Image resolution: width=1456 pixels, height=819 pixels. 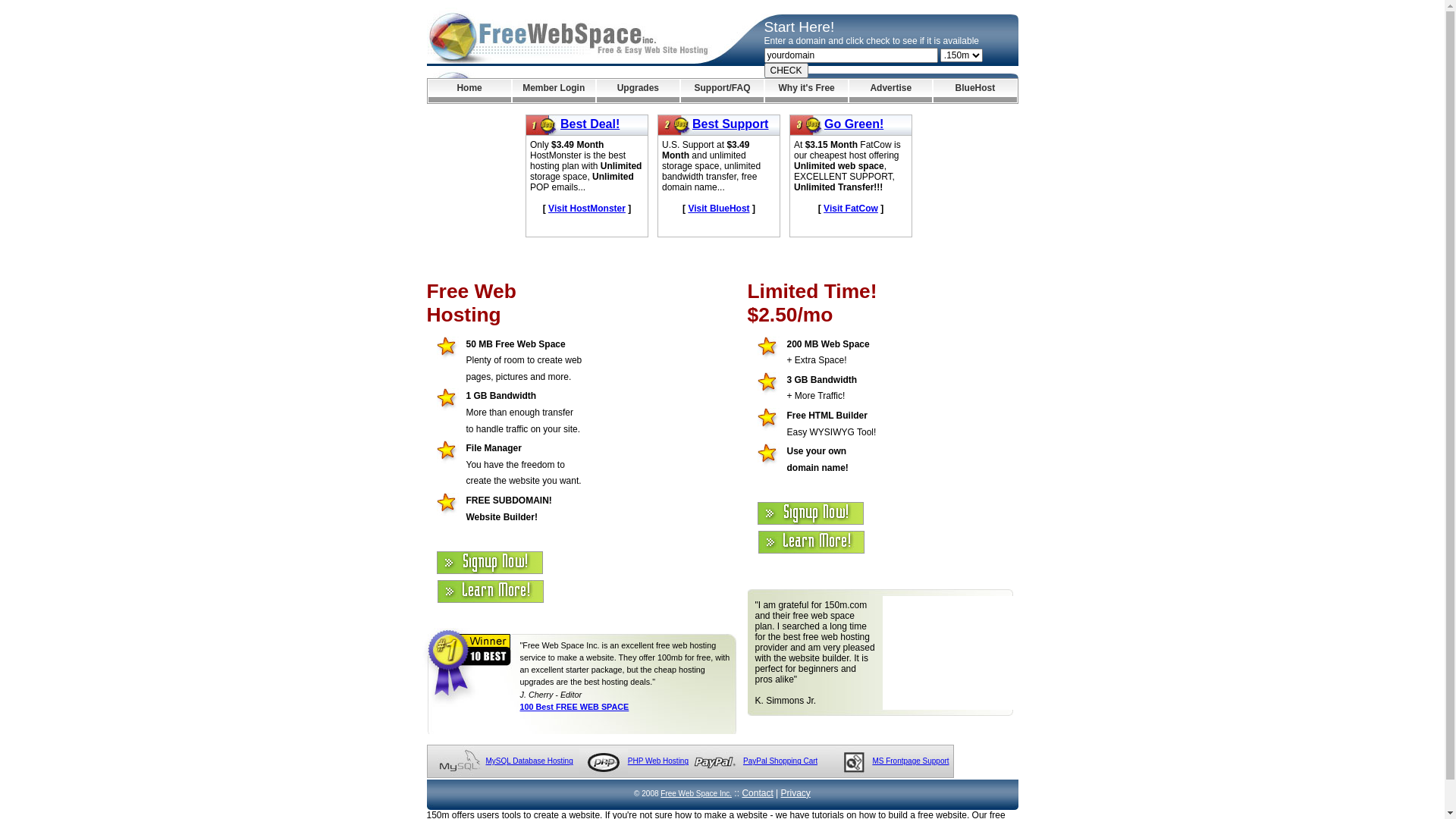 What do you see at coordinates (764, 90) in the screenshot?
I see `'Why it's Free'` at bounding box center [764, 90].